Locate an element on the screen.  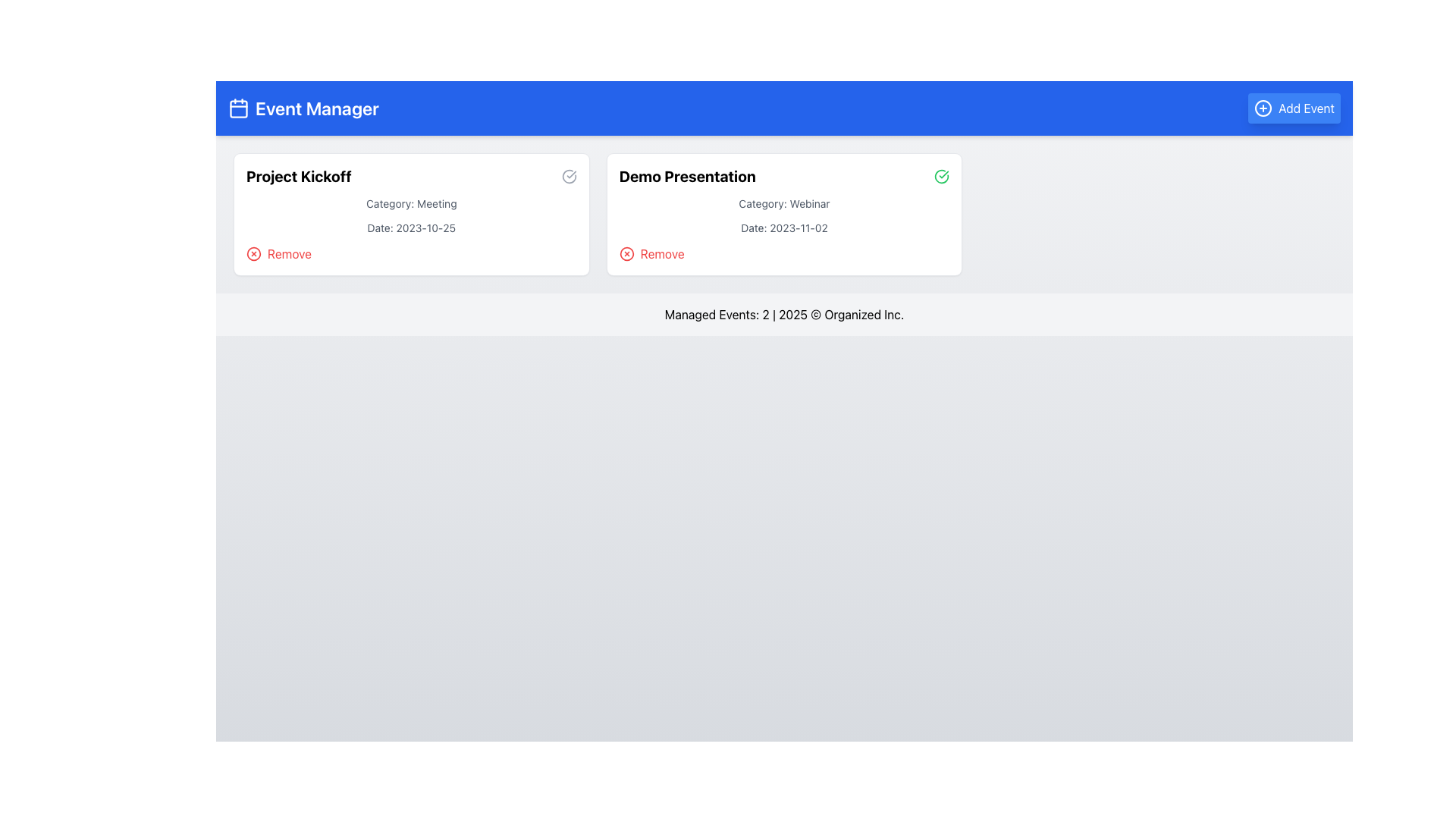
the icon depicting a circle with a checkmark inside is located at coordinates (568, 175).